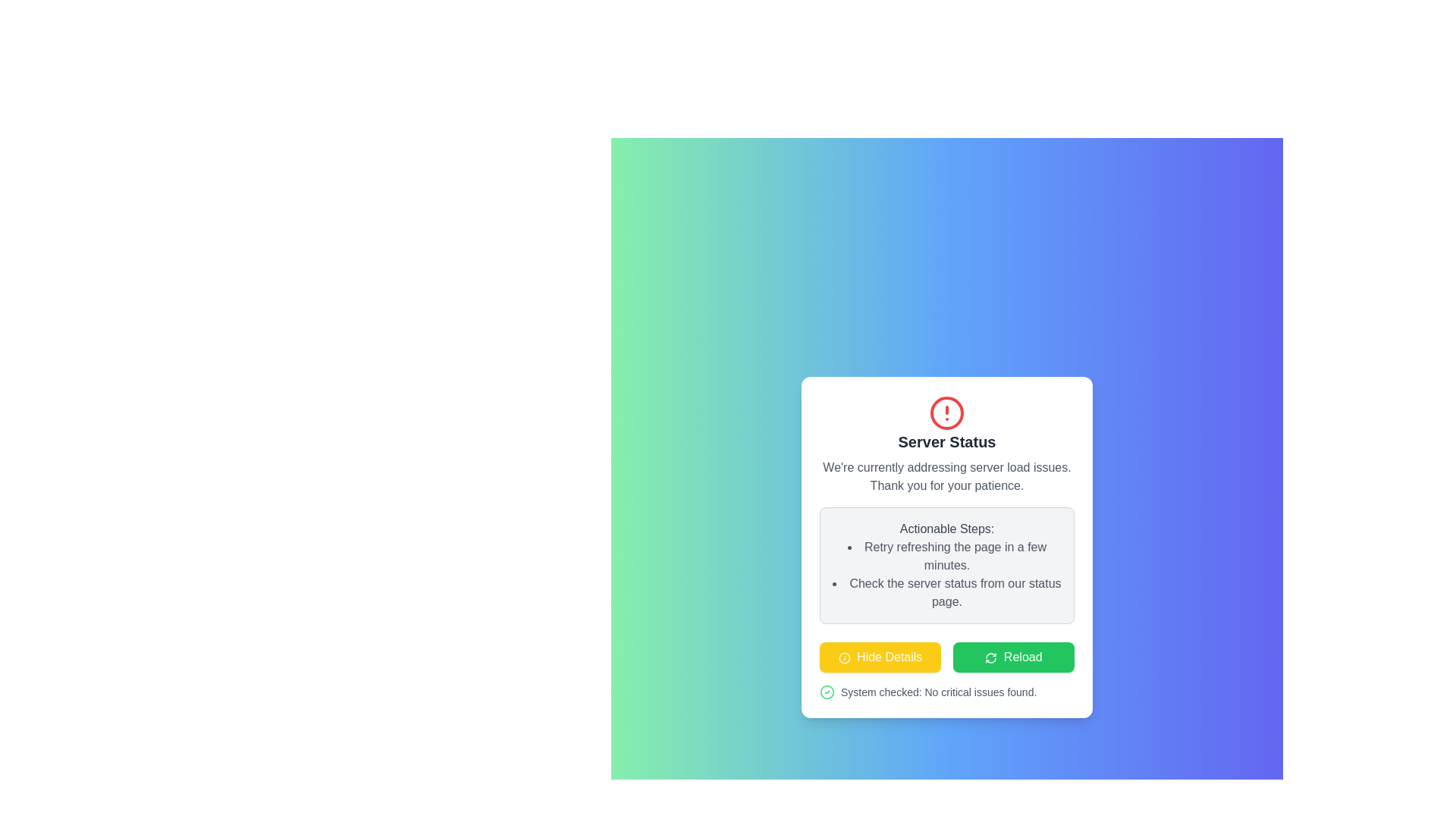 Image resolution: width=1456 pixels, height=819 pixels. I want to click on the bullet-point list that provides suggested actions for addressing potential server issues, located below the 'Actionable Steps:' header, so click(946, 575).